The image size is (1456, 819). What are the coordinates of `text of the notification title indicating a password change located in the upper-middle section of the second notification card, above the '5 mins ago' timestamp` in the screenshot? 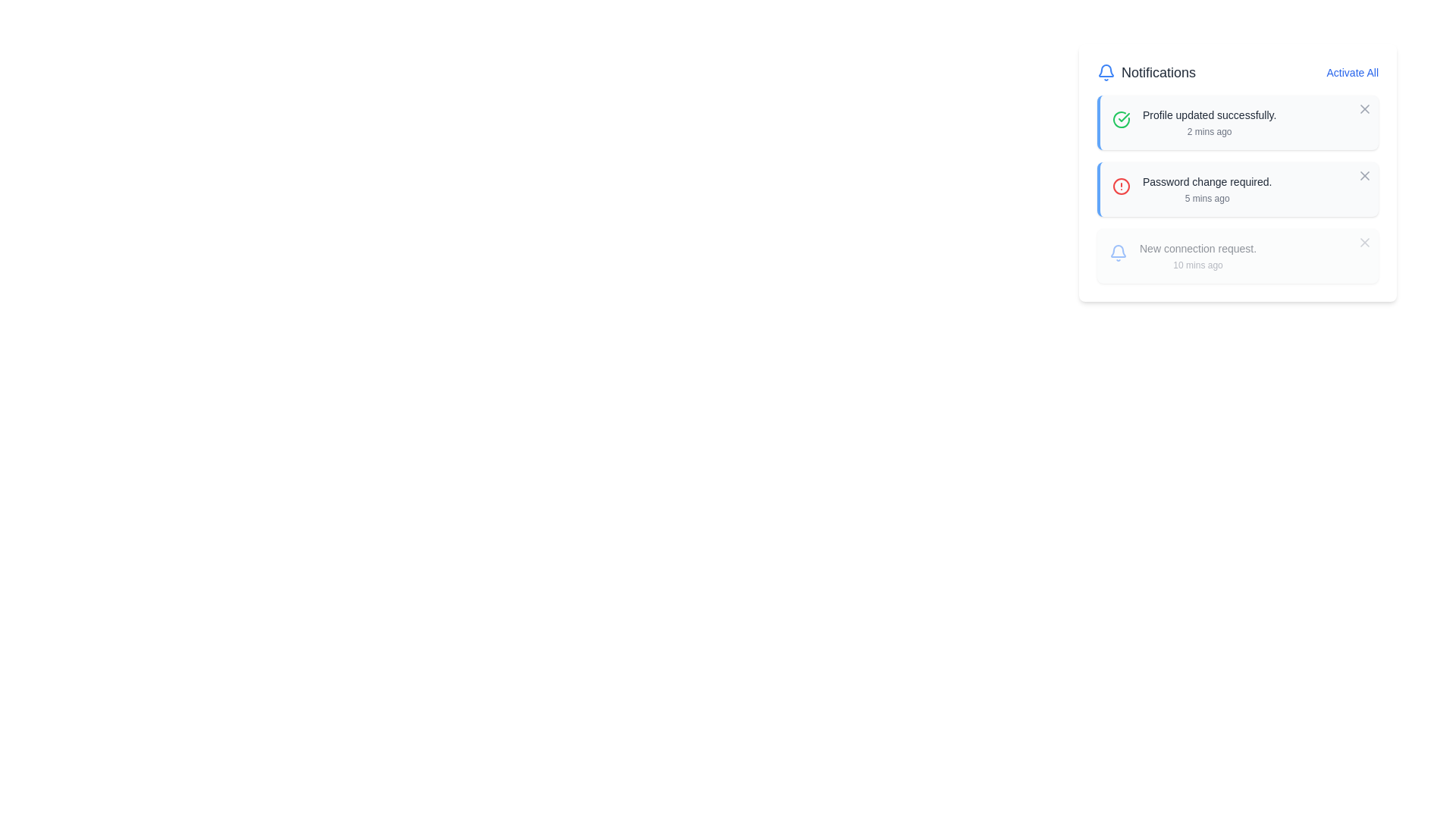 It's located at (1207, 180).